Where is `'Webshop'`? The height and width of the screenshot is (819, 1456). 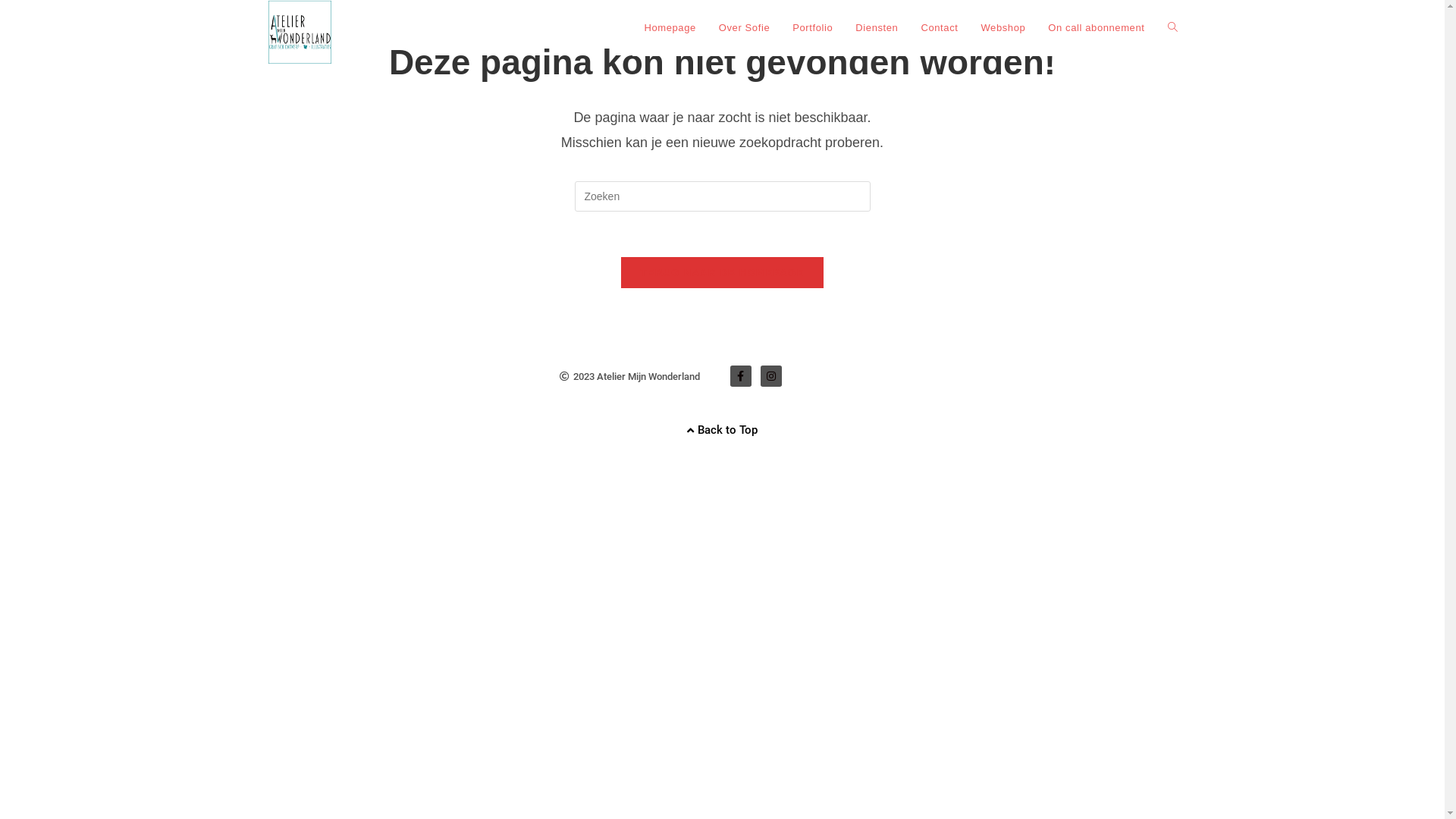
'Webshop' is located at coordinates (968, 28).